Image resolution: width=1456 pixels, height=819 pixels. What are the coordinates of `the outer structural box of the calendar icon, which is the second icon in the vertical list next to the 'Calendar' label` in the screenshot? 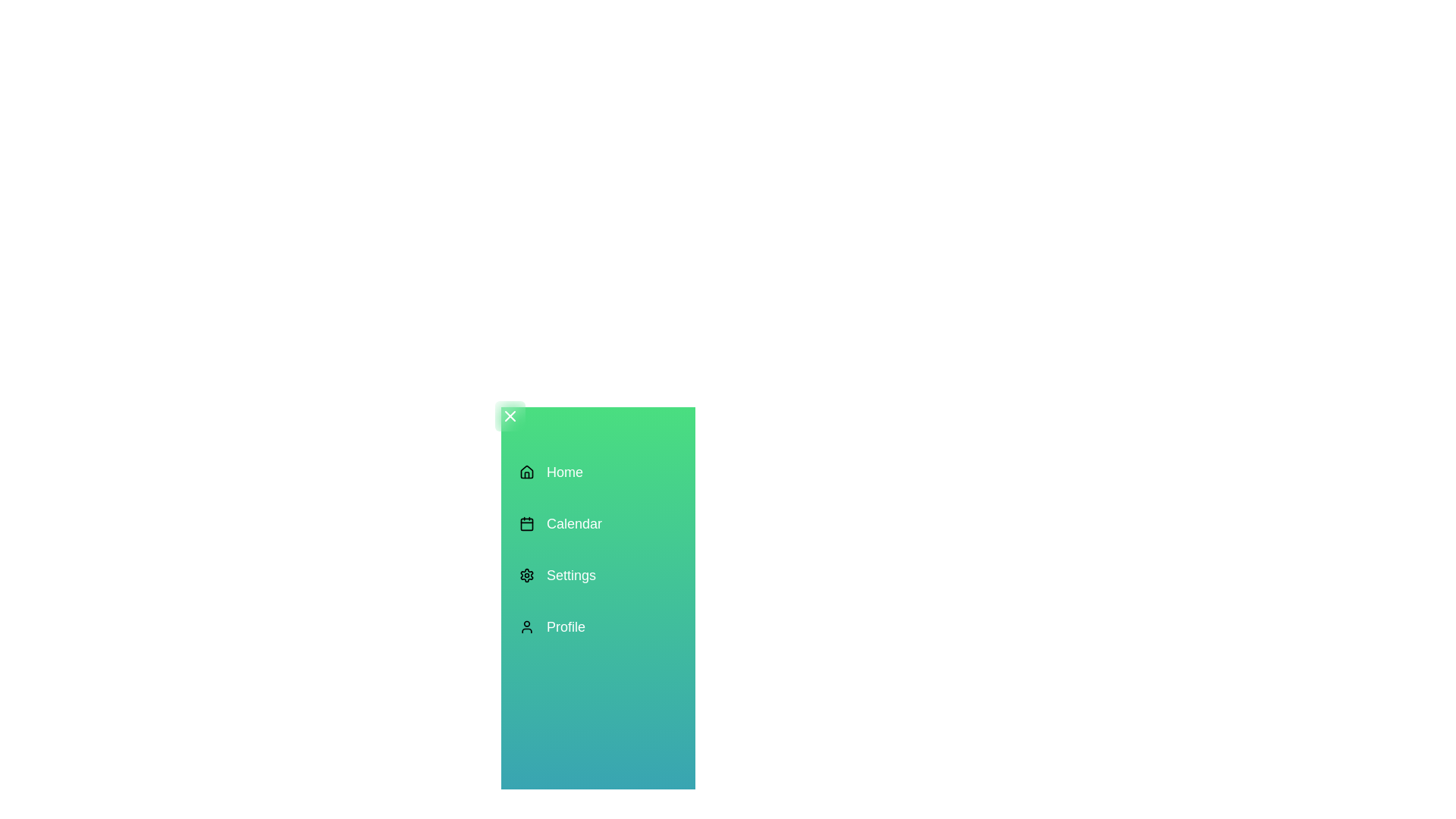 It's located at (527, 522).